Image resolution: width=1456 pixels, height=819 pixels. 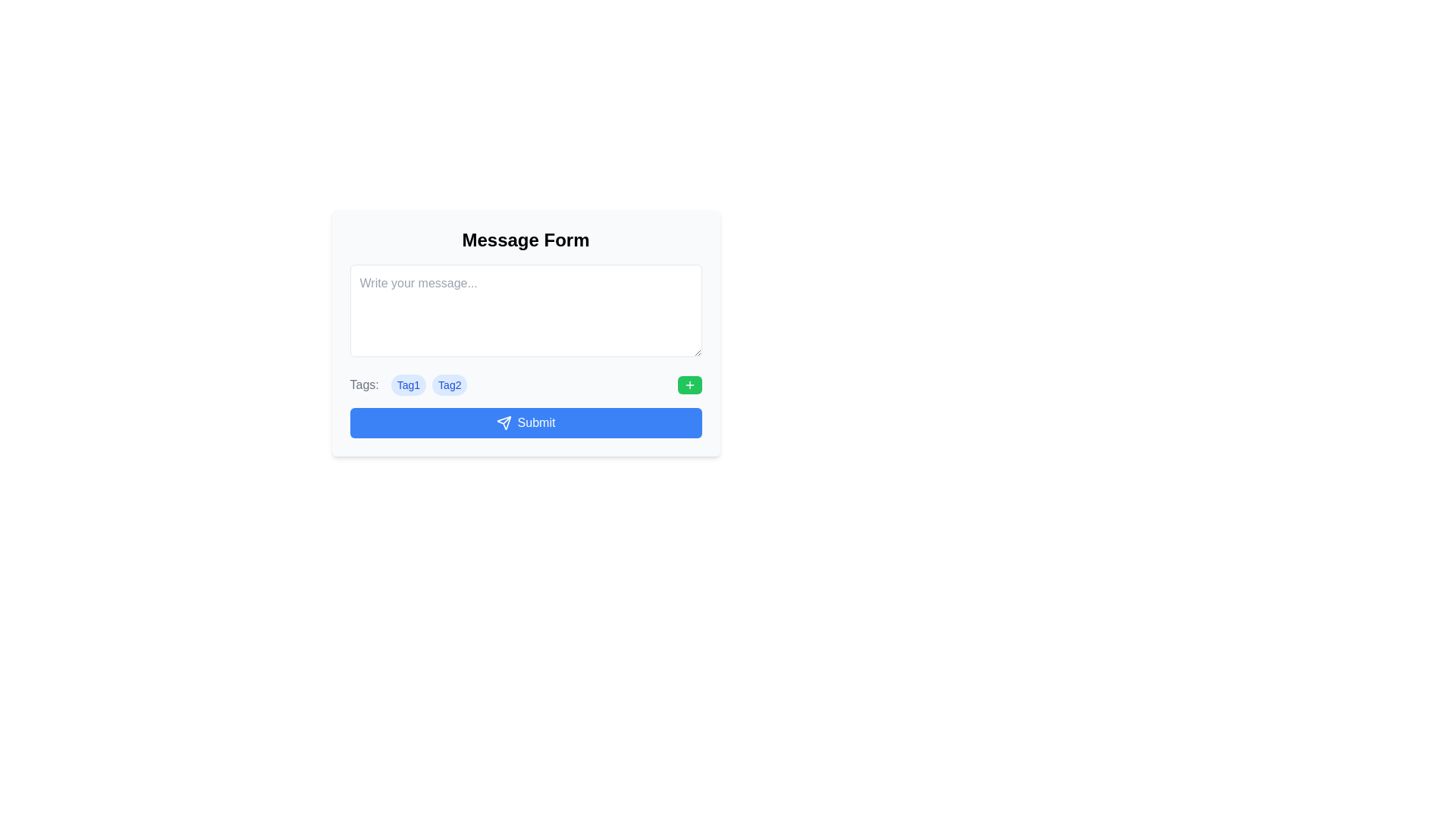 What do you see at coordinates (428, 384) in the screenshot?
I see `the tag group displaying 'Tag1' and 'Tag2' to associate the tags with the form context` at bounding box center [428, 384].